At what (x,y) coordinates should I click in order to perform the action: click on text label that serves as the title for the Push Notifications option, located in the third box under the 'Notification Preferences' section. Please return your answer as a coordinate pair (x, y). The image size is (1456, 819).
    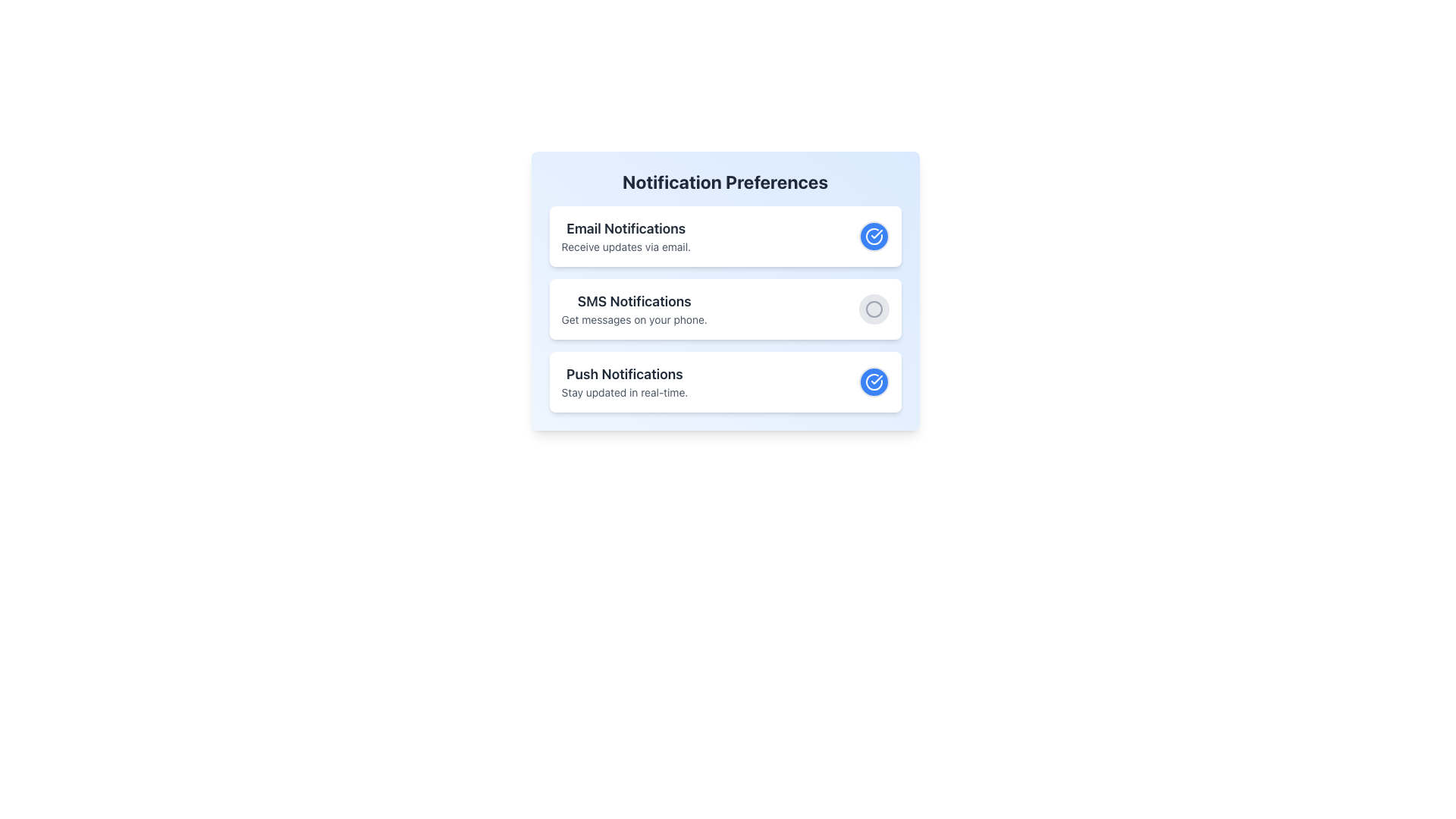
    Looking at the image, I should click on (624, 374).